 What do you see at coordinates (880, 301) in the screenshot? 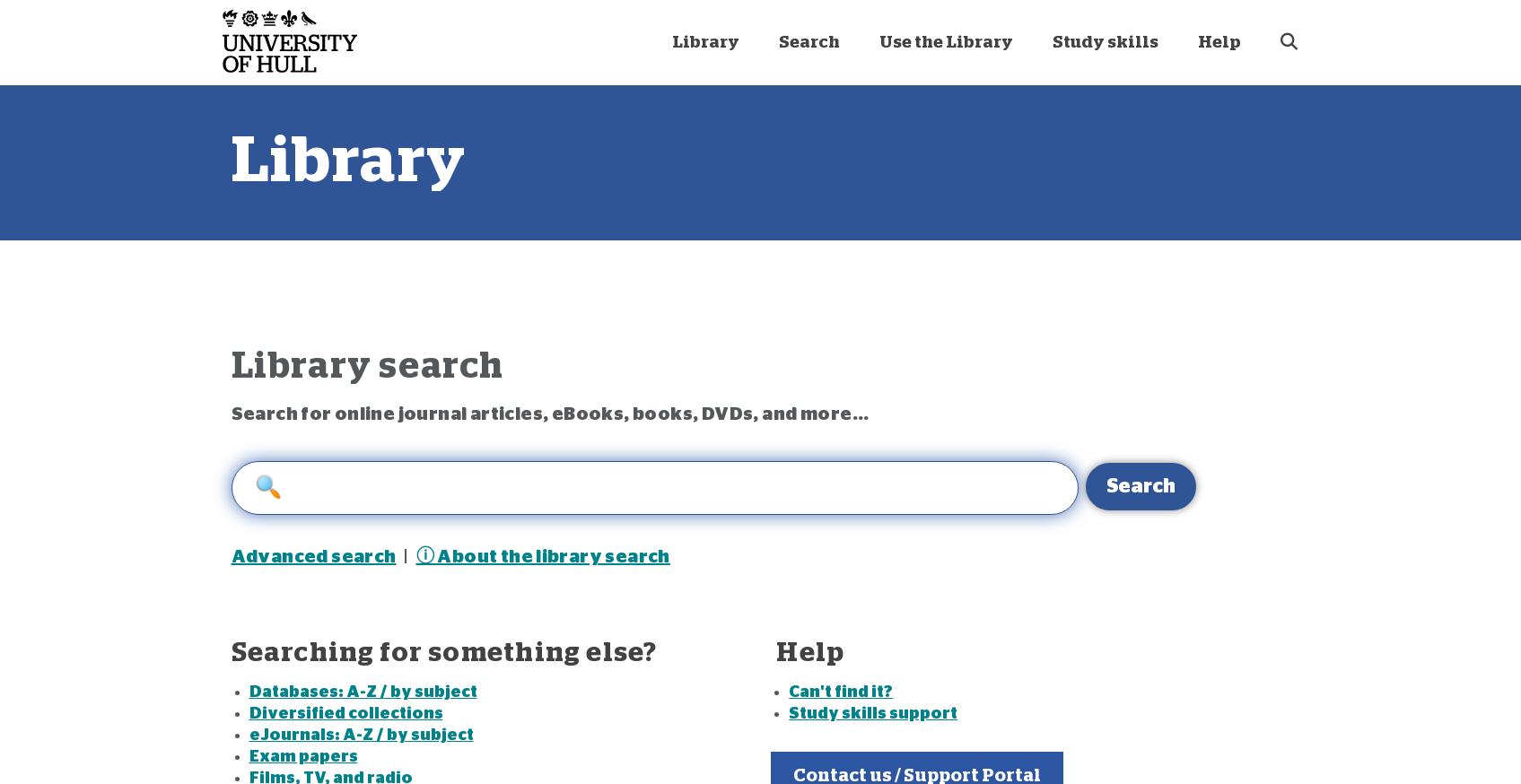
I see `'Essay writing [Online]'` at bounding box center [880, 301].